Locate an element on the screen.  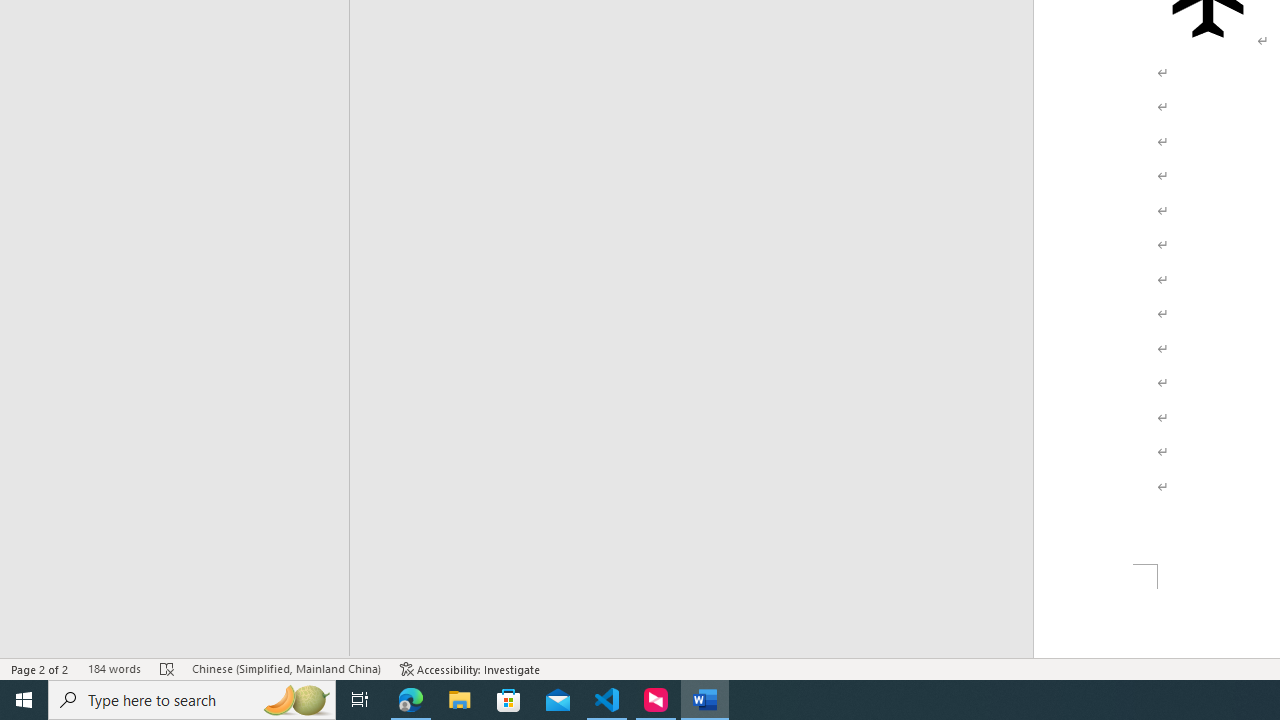
'Microsoft Edge - 1 running window' is located at coordinates (410, 698).